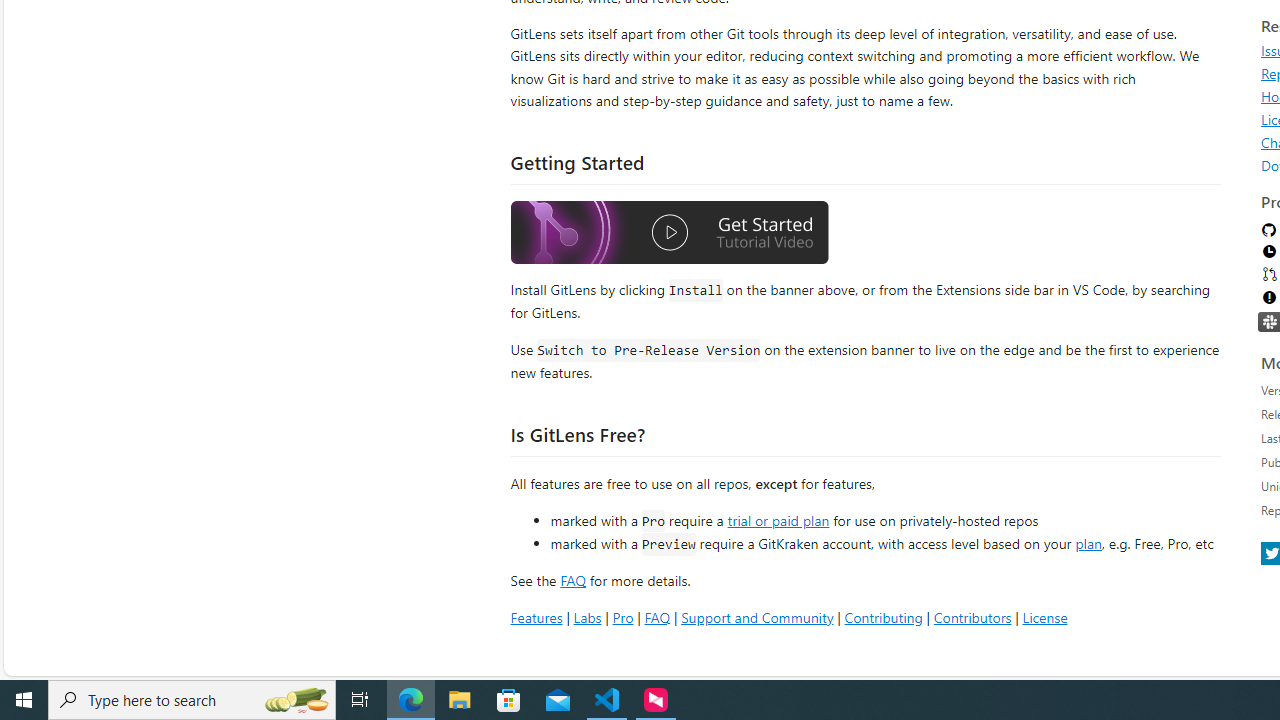 The height and width of the screenshot is (720, 1280). I want to click on 'FAQ', so click(657, 616).